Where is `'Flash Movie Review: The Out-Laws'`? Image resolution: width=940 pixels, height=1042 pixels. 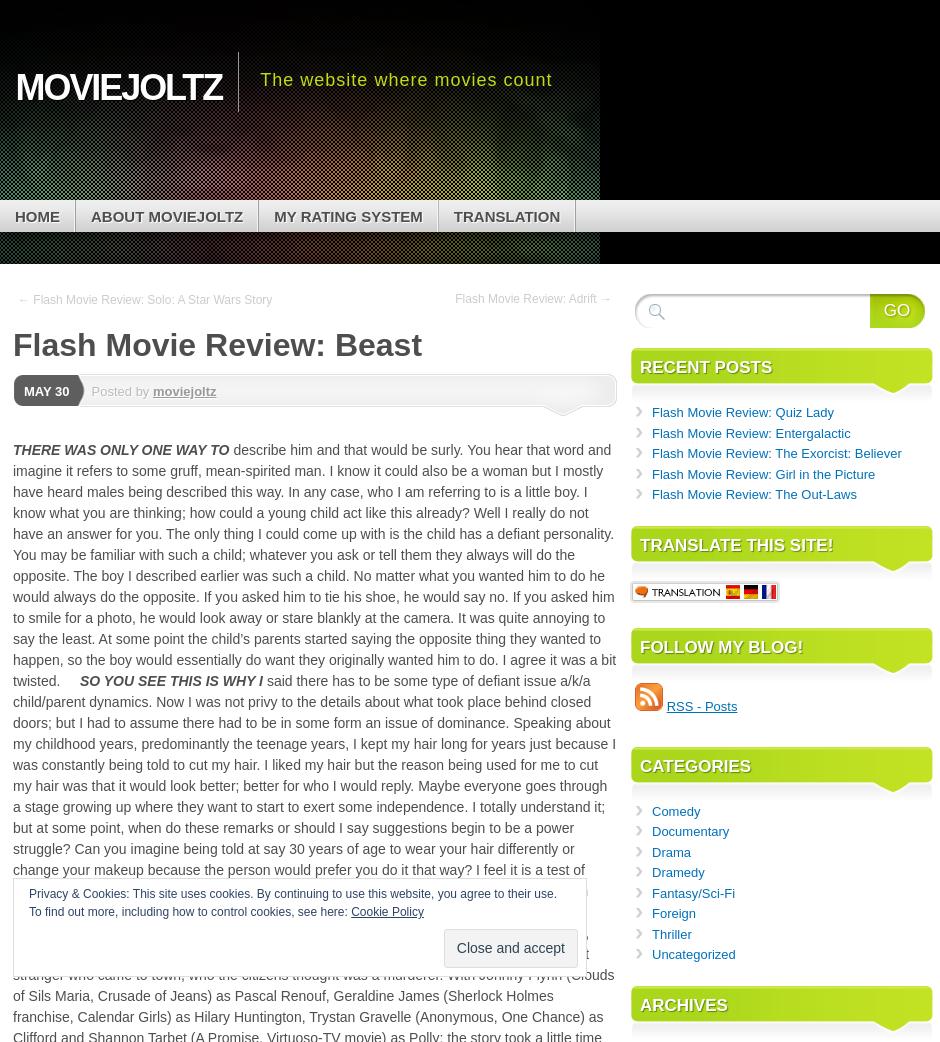 'Flash Movie Review: The Out-Laws' is located at coordinates (752, 494).